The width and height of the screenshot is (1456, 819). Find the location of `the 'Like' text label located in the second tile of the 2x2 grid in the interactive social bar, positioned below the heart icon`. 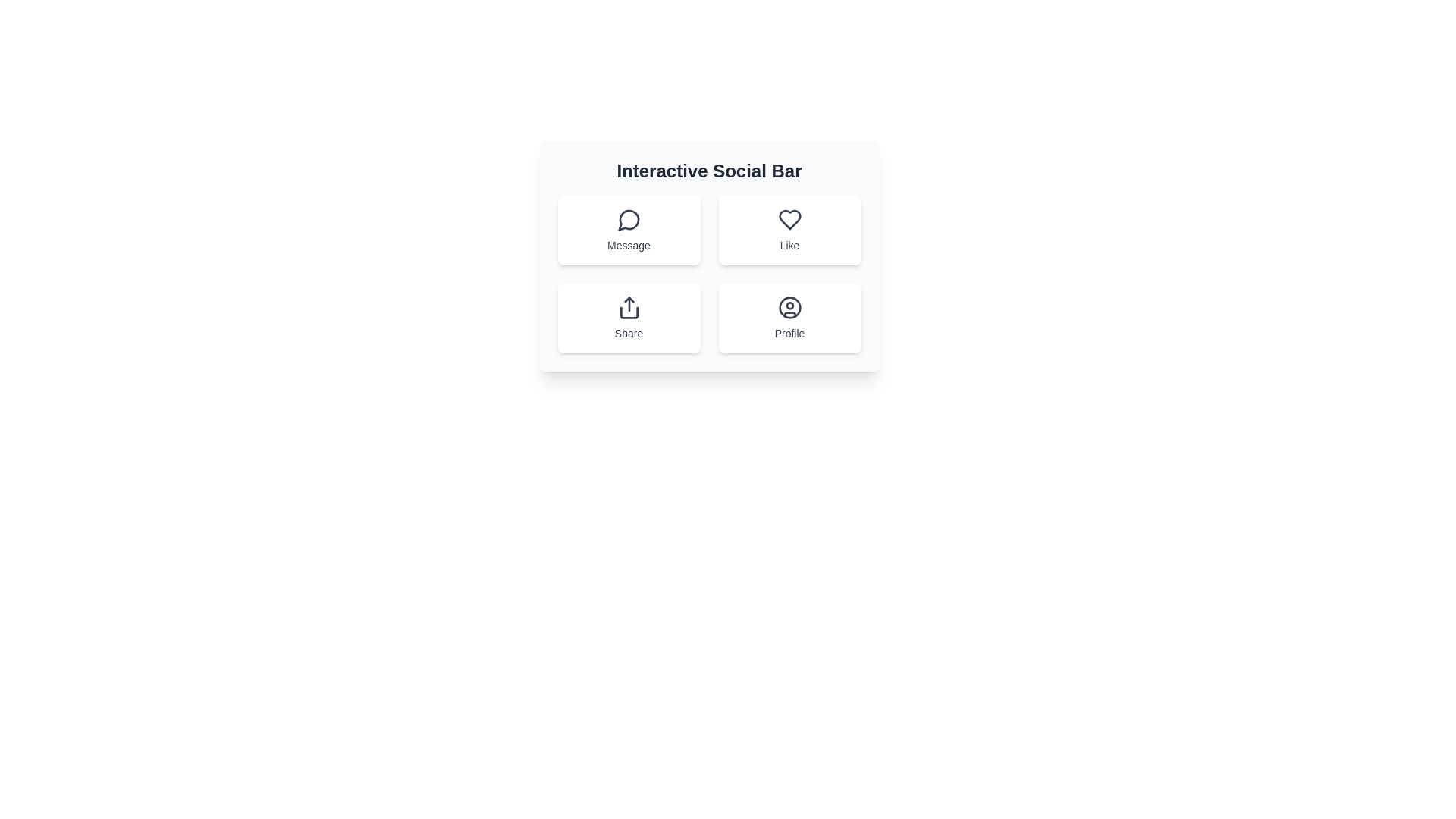

the 'Like' text label located in the second tile of the 2x2 grid in the interactive social bar, positioned below the heart icon is located at coordinates (789, 245).